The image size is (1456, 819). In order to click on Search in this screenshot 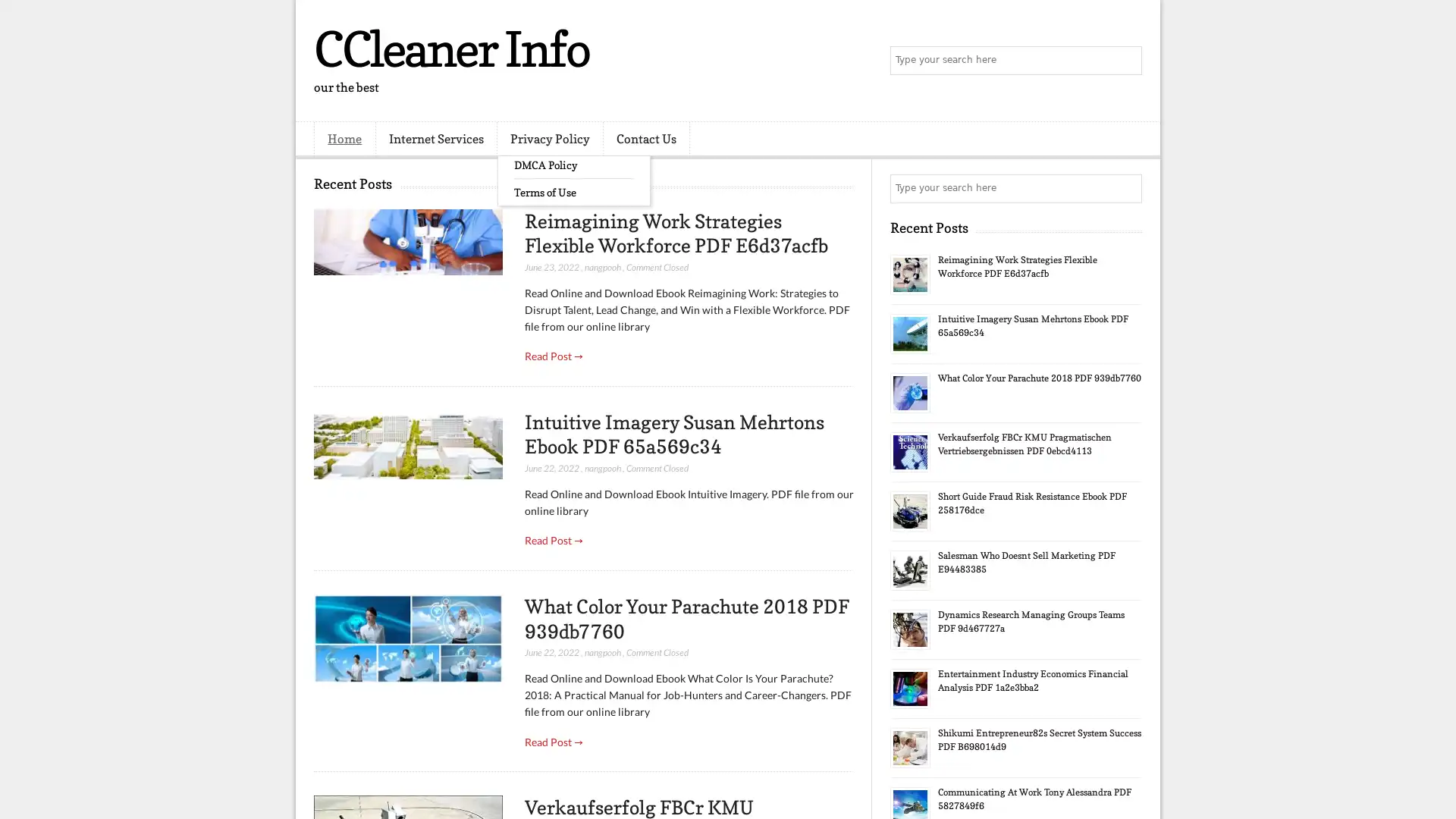, I will do `click(1126, 188)`.